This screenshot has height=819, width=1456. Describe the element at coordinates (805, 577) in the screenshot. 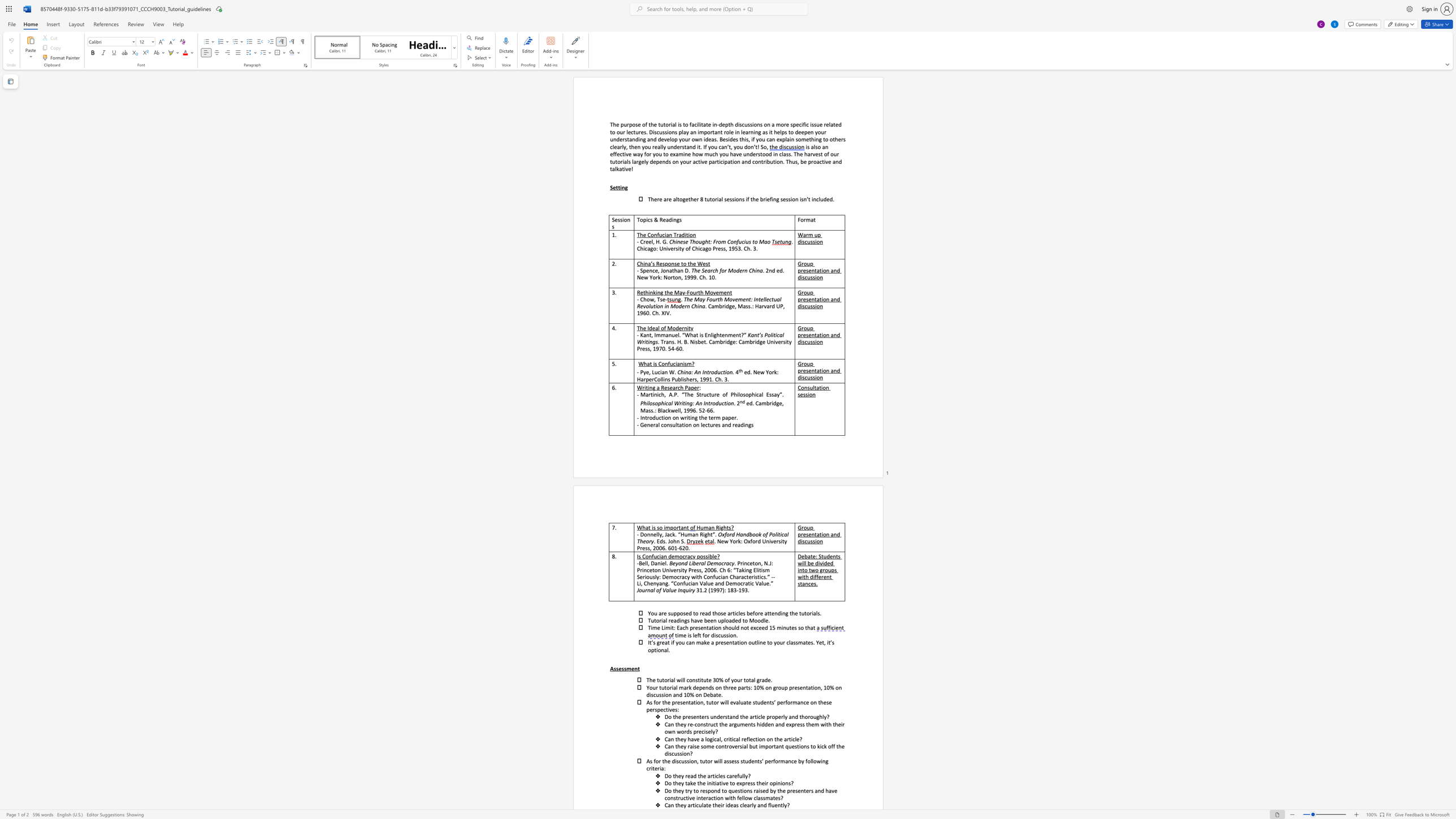

I see `the subset text "h diffe" within the text "Debate: Students will be divided into two groups with different stances."` at that location.